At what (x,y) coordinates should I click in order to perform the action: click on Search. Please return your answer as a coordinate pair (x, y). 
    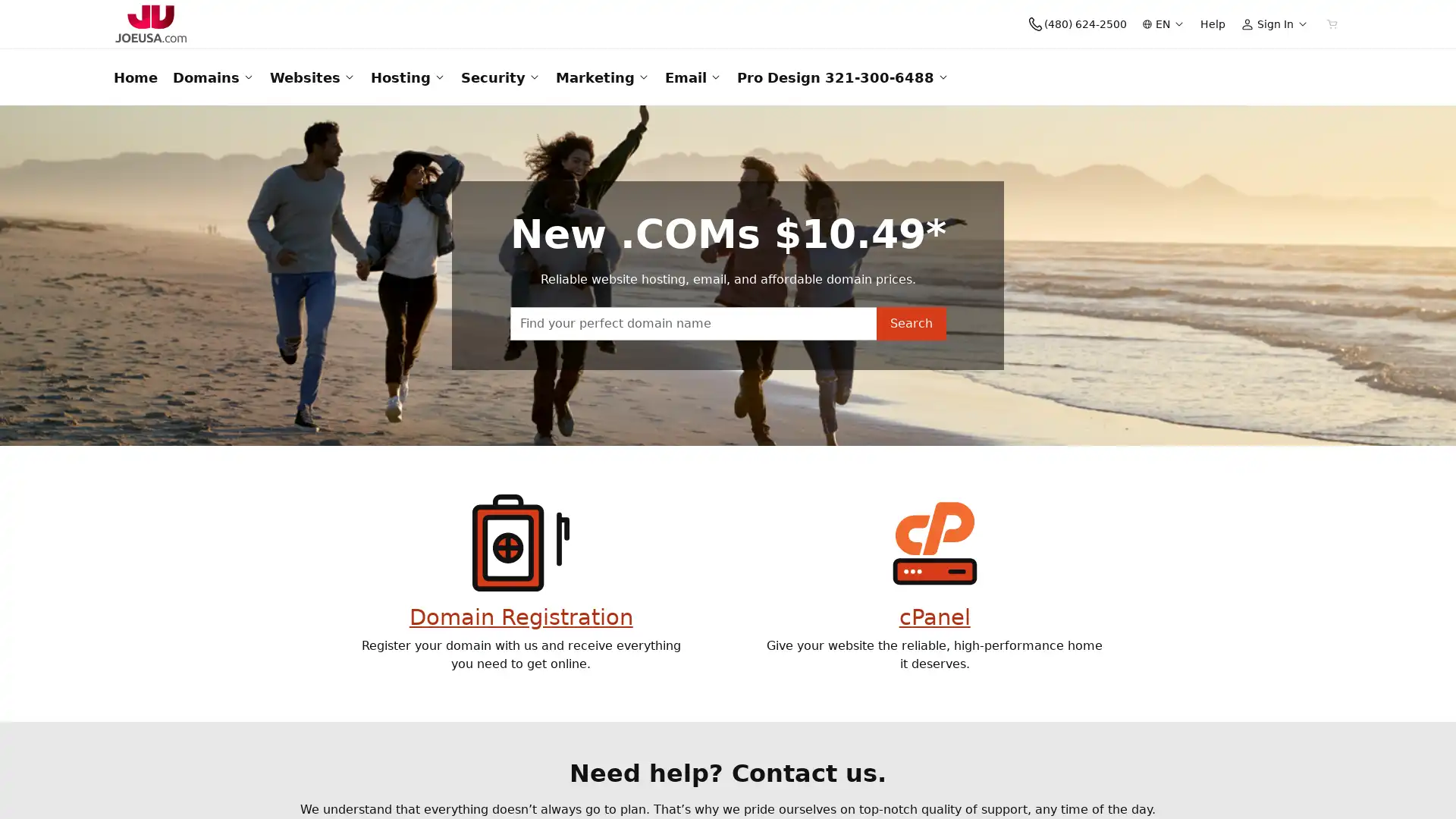
    Looking at the image, I should click on (910, 383).